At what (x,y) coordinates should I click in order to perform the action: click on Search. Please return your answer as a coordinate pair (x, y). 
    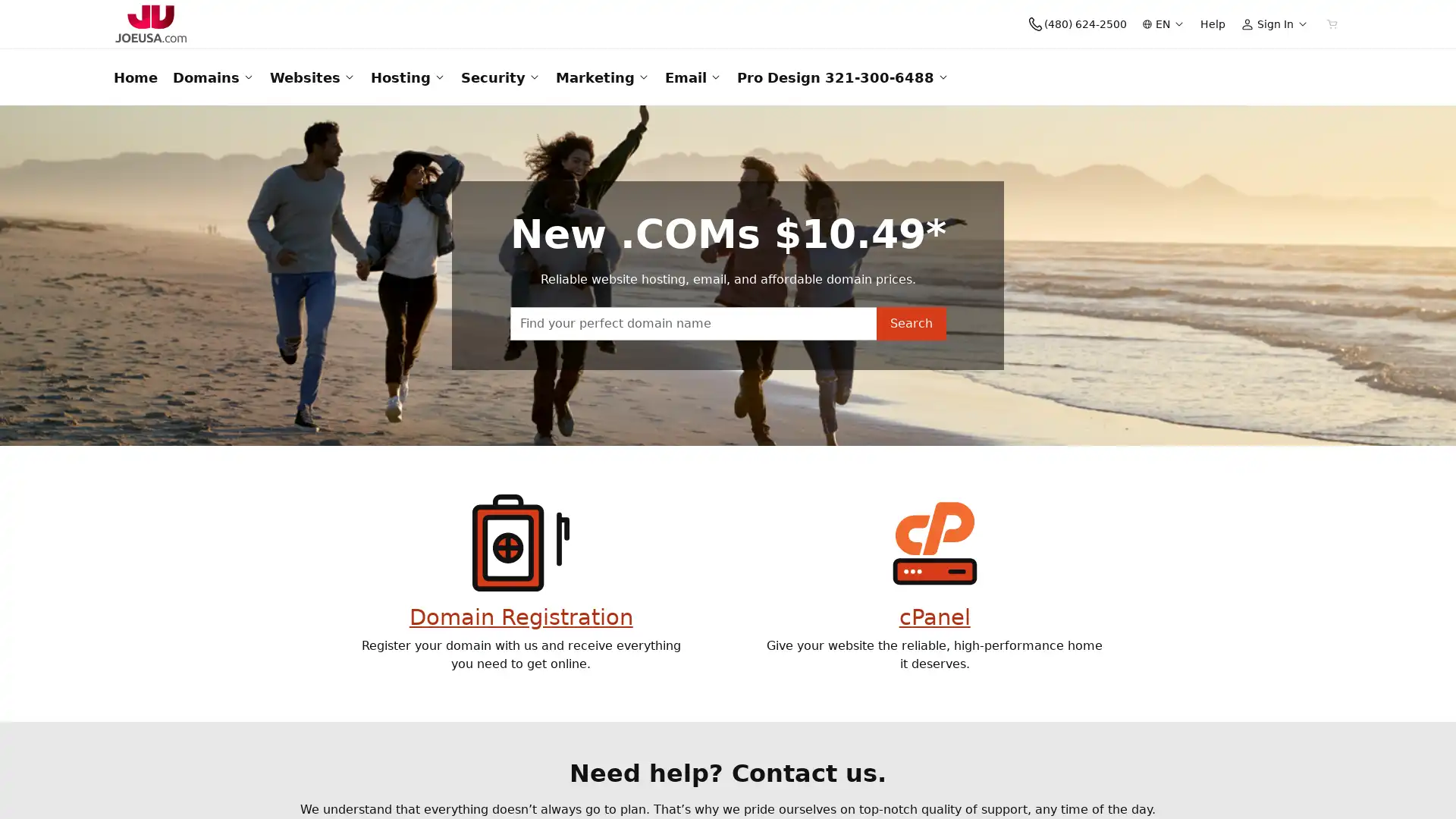
    Looking at the image, I should click on (910, 383).